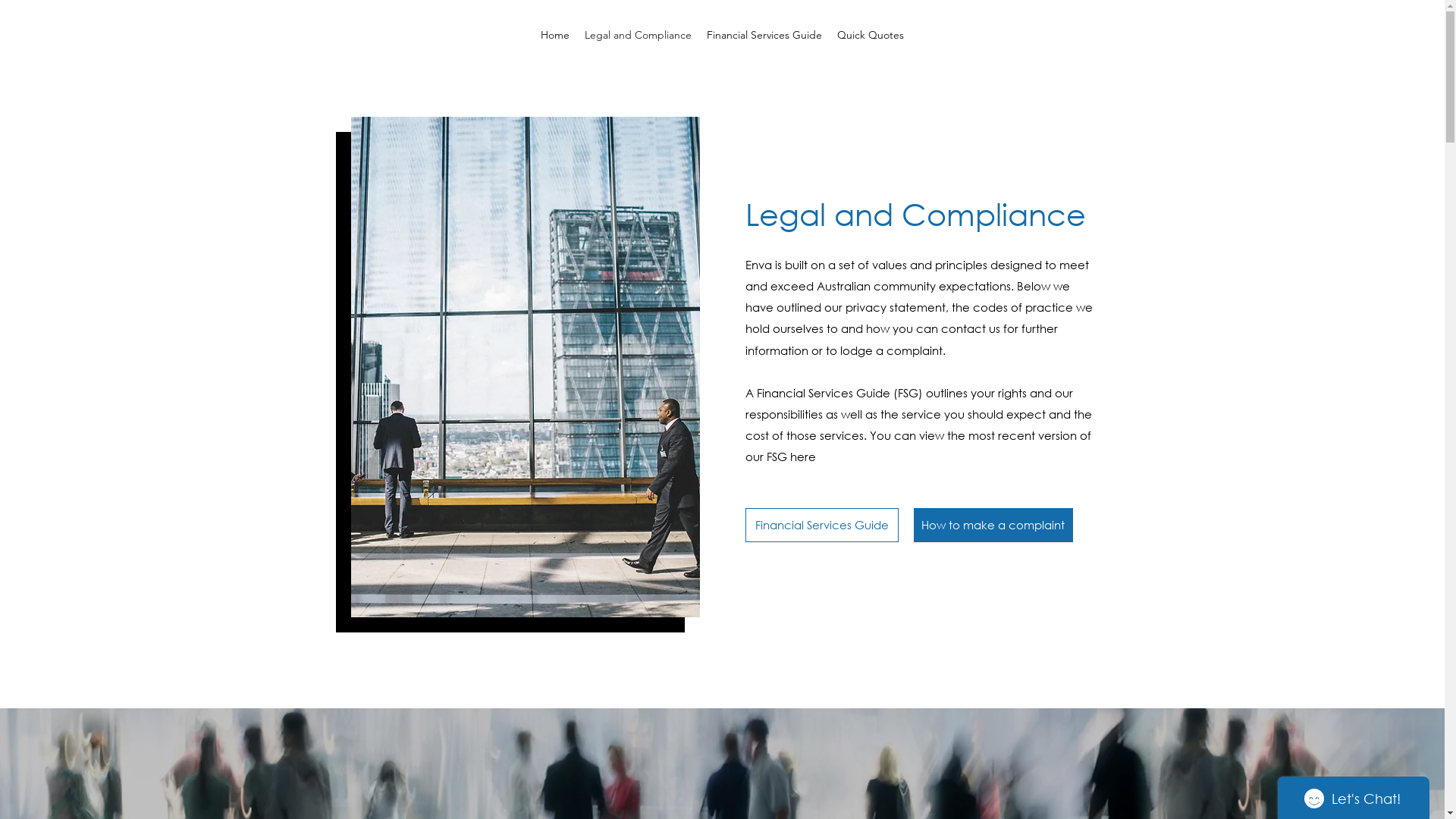 This screenshot has width=1456, height=819. Describe the element at coordinates (870, 34) in the screenshot. I see `'Quick Quotes'` at that location.